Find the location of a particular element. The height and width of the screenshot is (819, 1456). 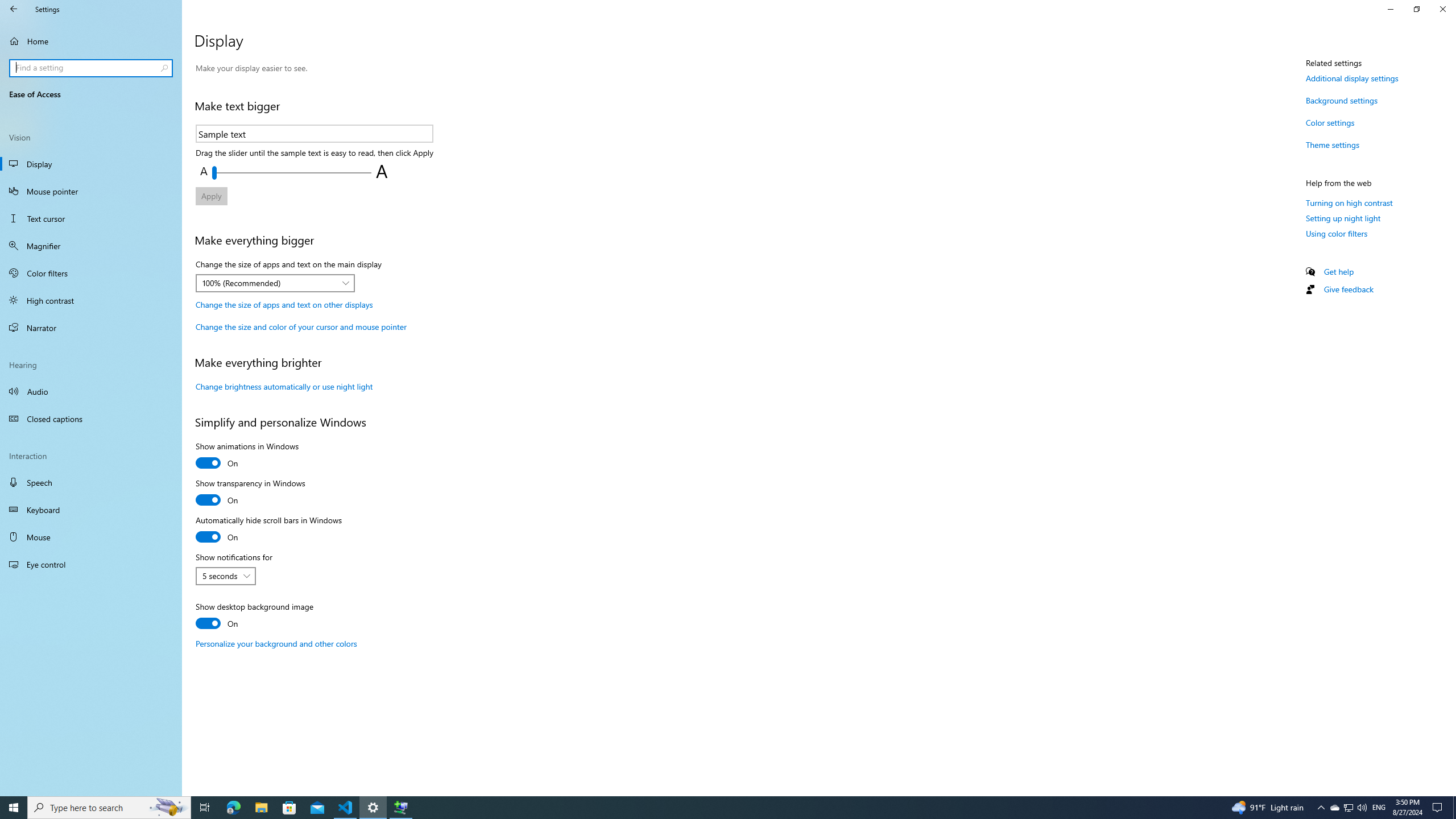

'Audio' is located at coordinates (90, 390).